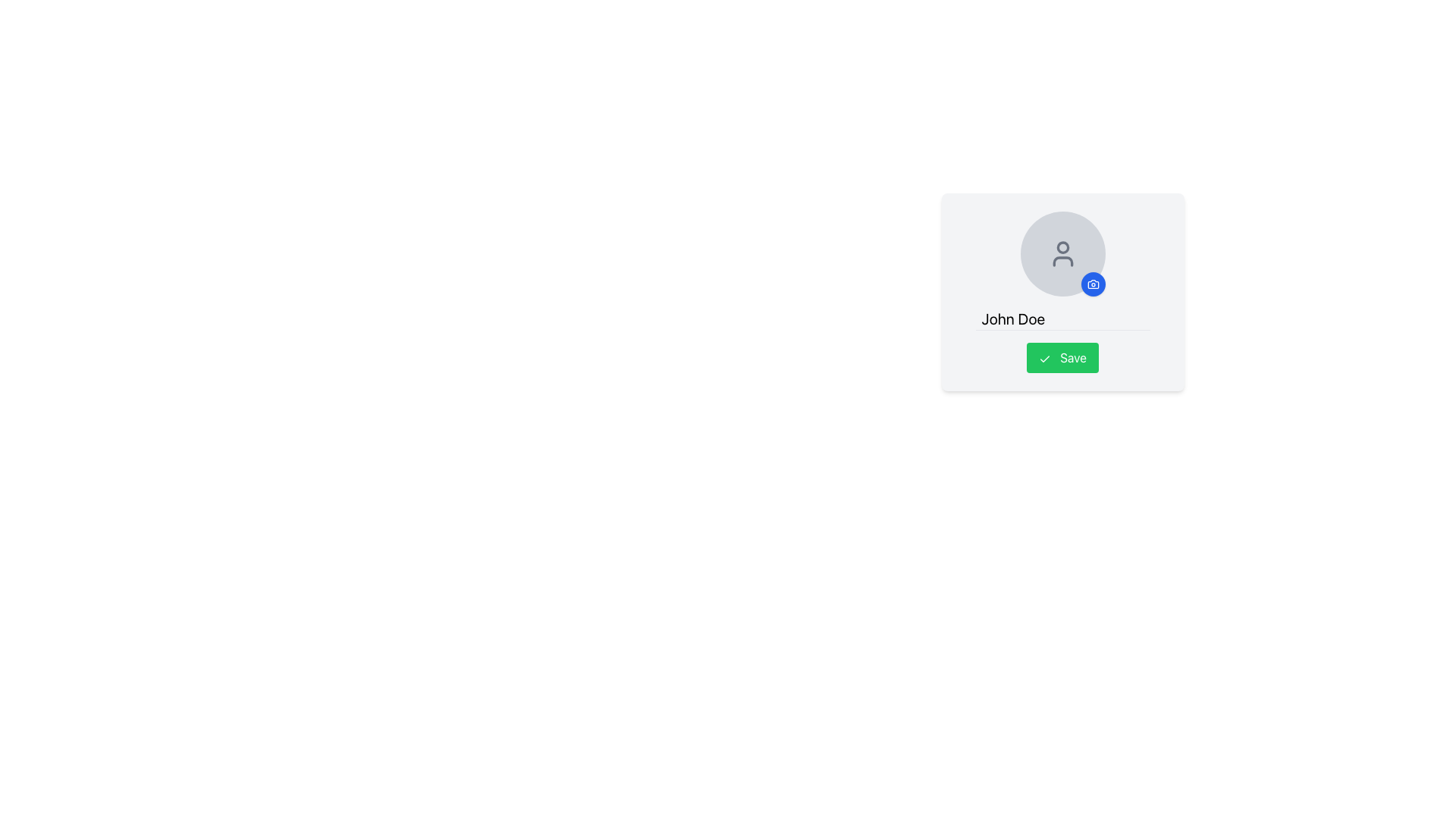 The width and height of the screenshot is (1456, 819). I want to click on the blue circular button with a white camera icon located at the bottom-right corner of the circular profile avatar, so click(1093, 284).